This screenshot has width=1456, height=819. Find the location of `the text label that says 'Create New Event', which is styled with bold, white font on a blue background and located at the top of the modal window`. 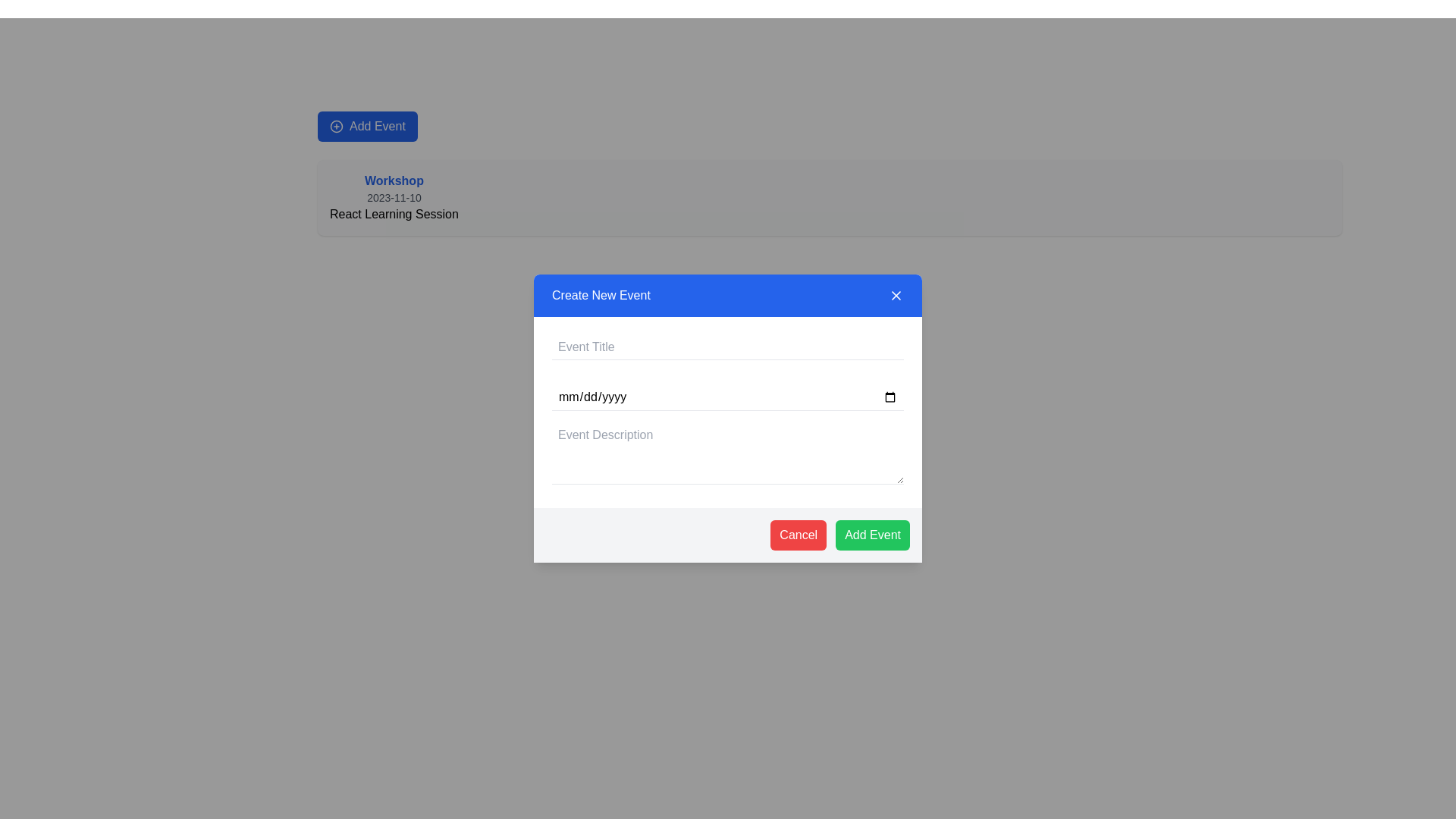

the text label that says 'Create New Event', which is styled with bold, white font on a blue background and located at the top of the modal window is located at coordinates (600, 295).